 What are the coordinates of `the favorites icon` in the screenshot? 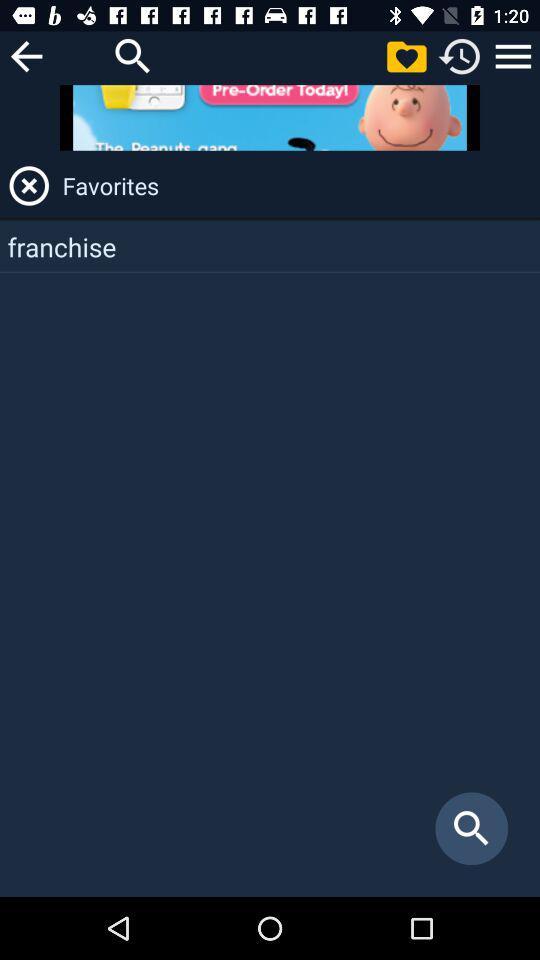 It's located at (297, 185).